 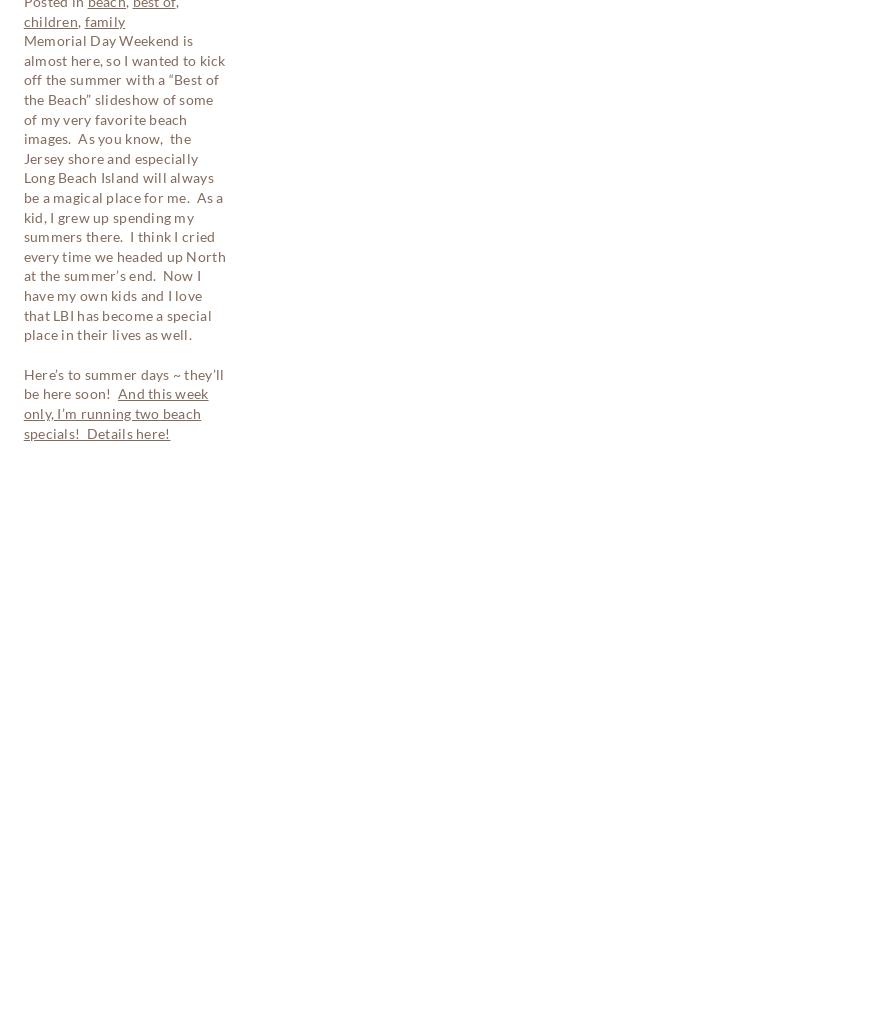 I want to click on 'Warm up to this special offer!', so click(x=109, y=731).